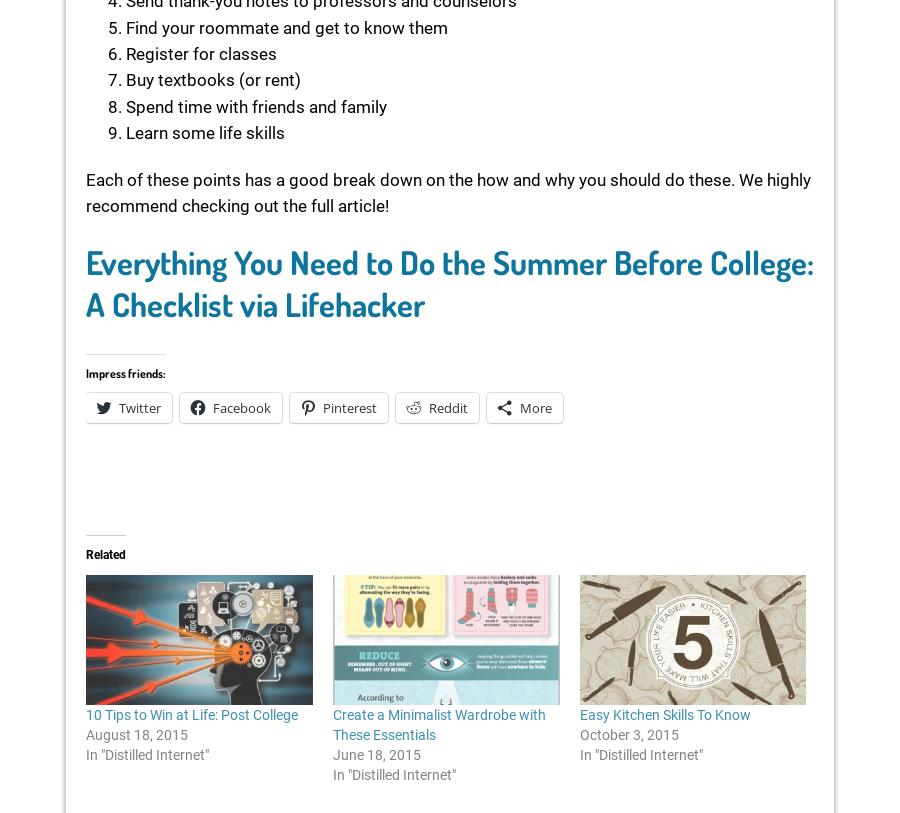 The height and width of the screenshot is (813, 900). Describe the element at coordinates (350, 406) in the screenshot. I see `'Pinterest'` at that location.